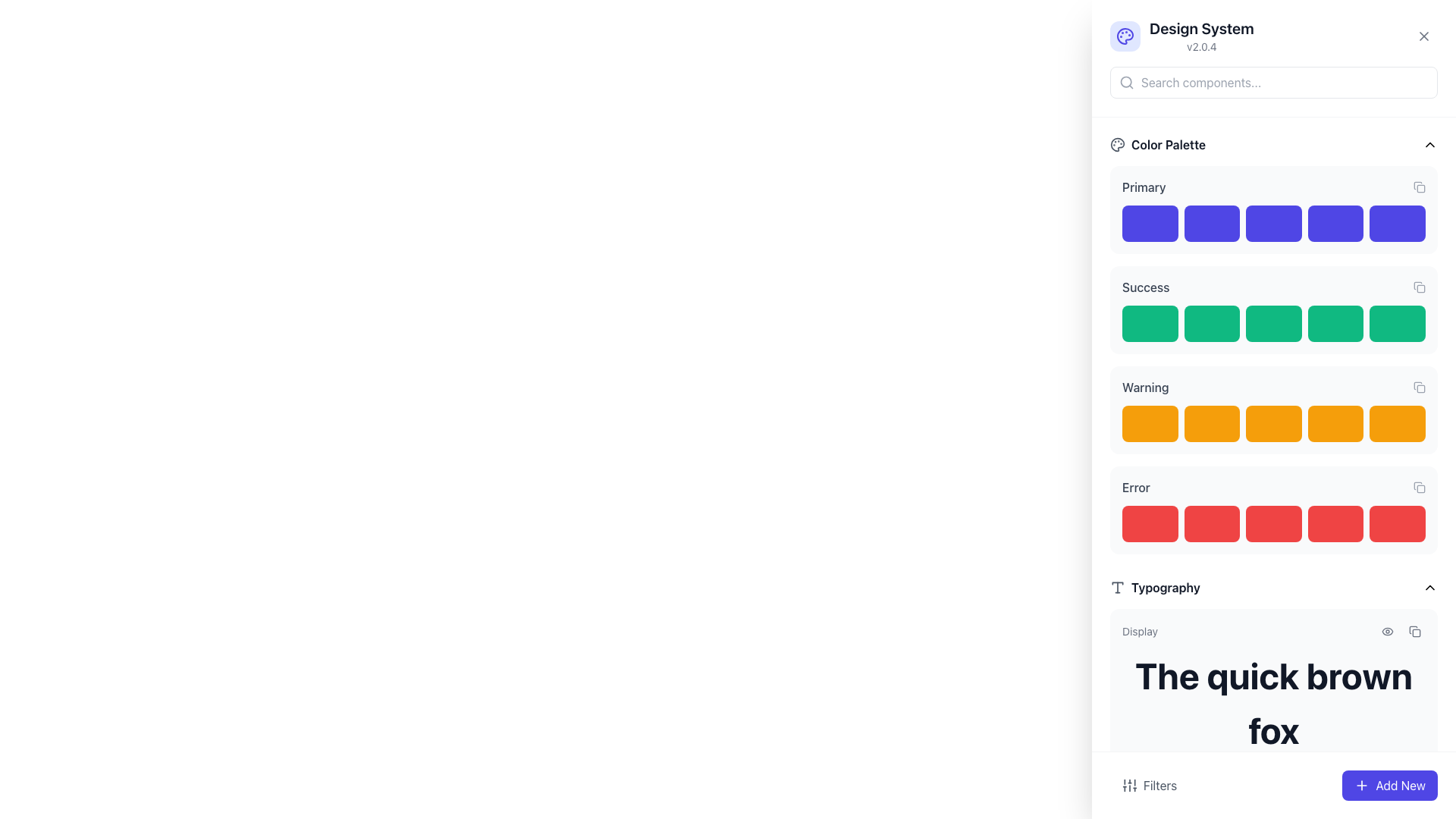 This screenshot has height=819, width=1456. I want to click on the third red rectangle in the color swatch row located in the 'Error' section of the color palette, so click(1274, 522).